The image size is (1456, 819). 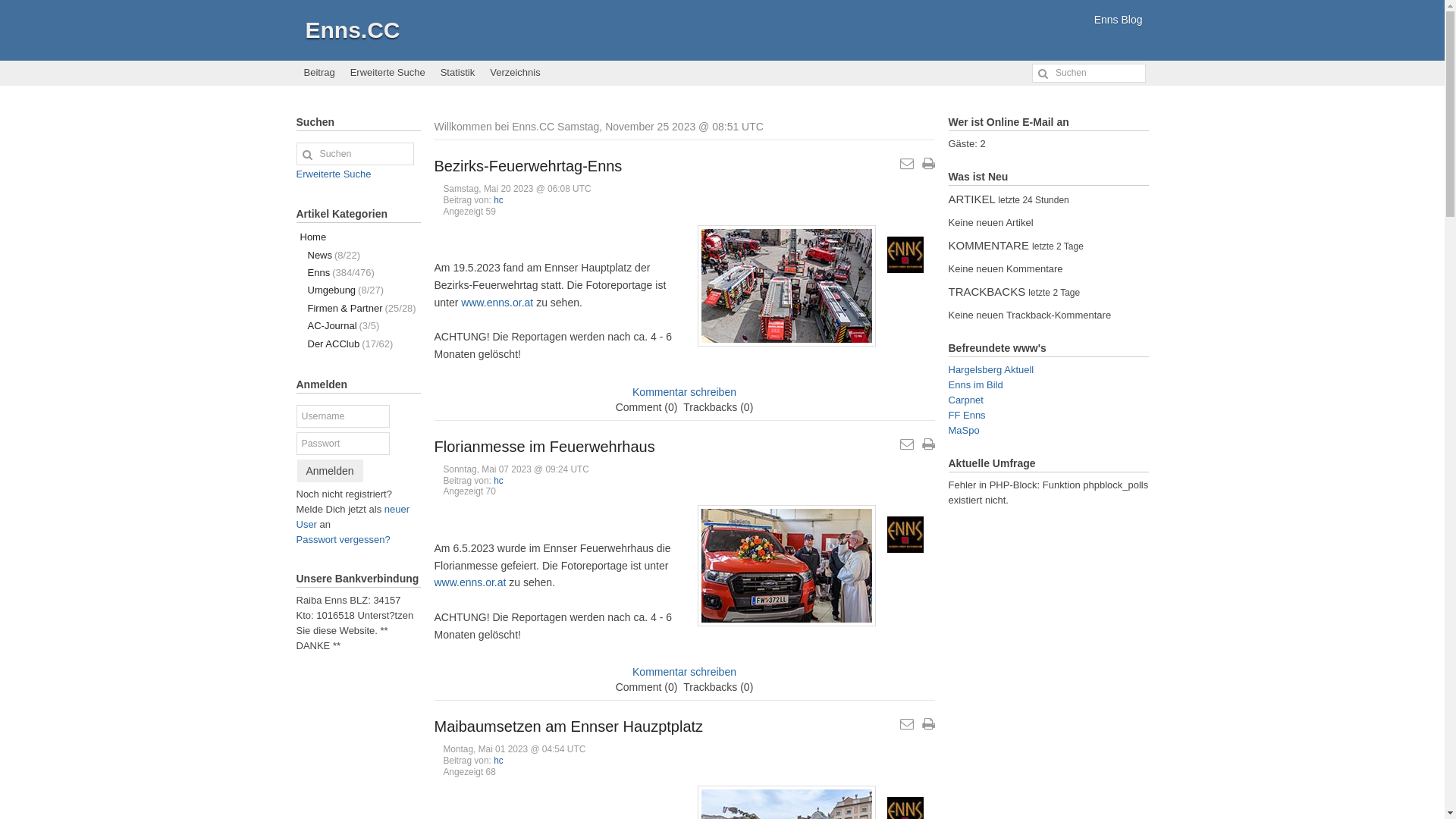 What do you see at coordinates (497, 302) in the screenshot?
I see `'www.enns.or.at'` at bounding box center [497, 302].